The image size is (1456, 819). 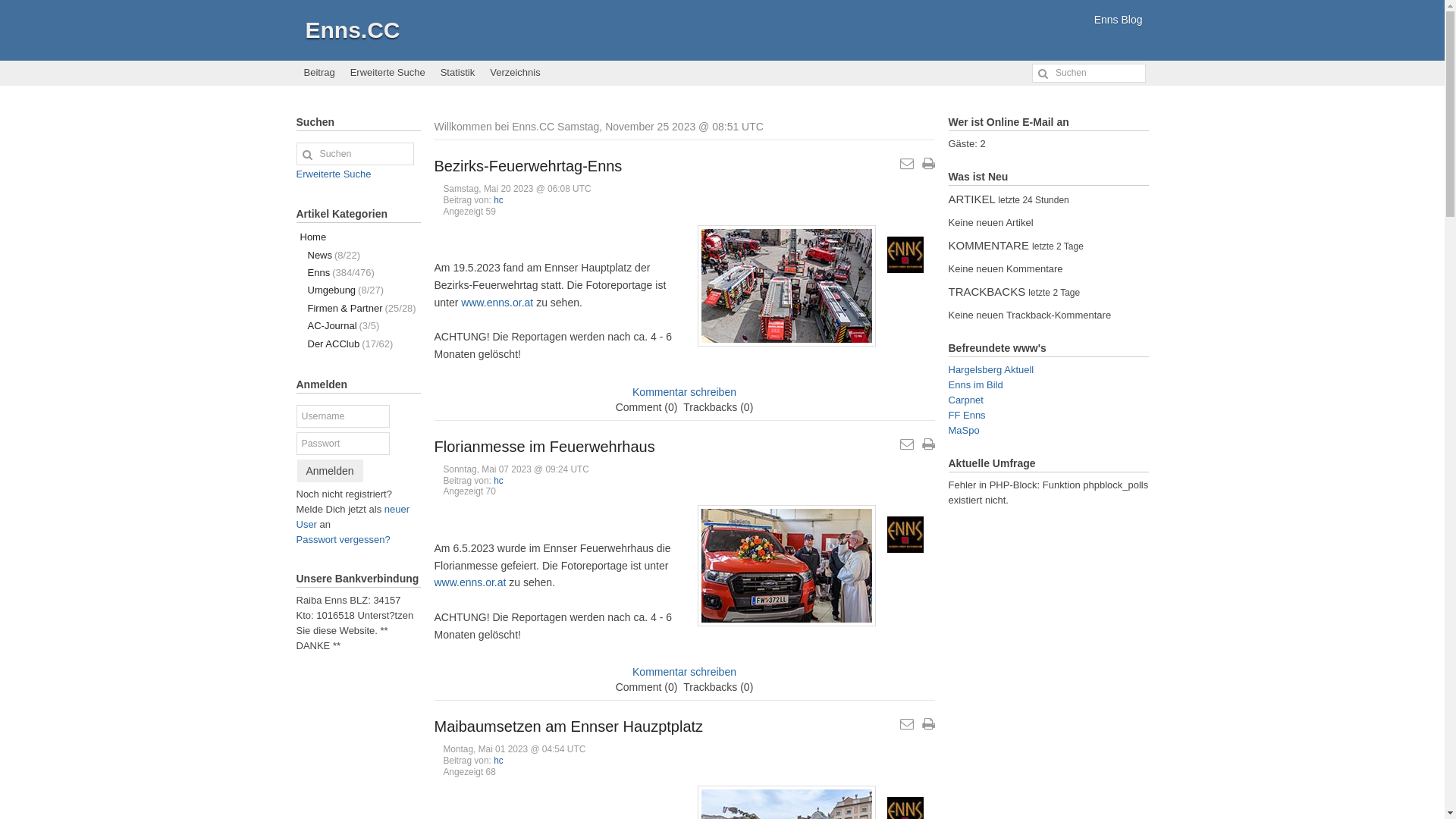 What do you see at coordinates (497, 302) in the screenshot?
I see `'www.enns.or.at'` at bounding box center [497, 302].